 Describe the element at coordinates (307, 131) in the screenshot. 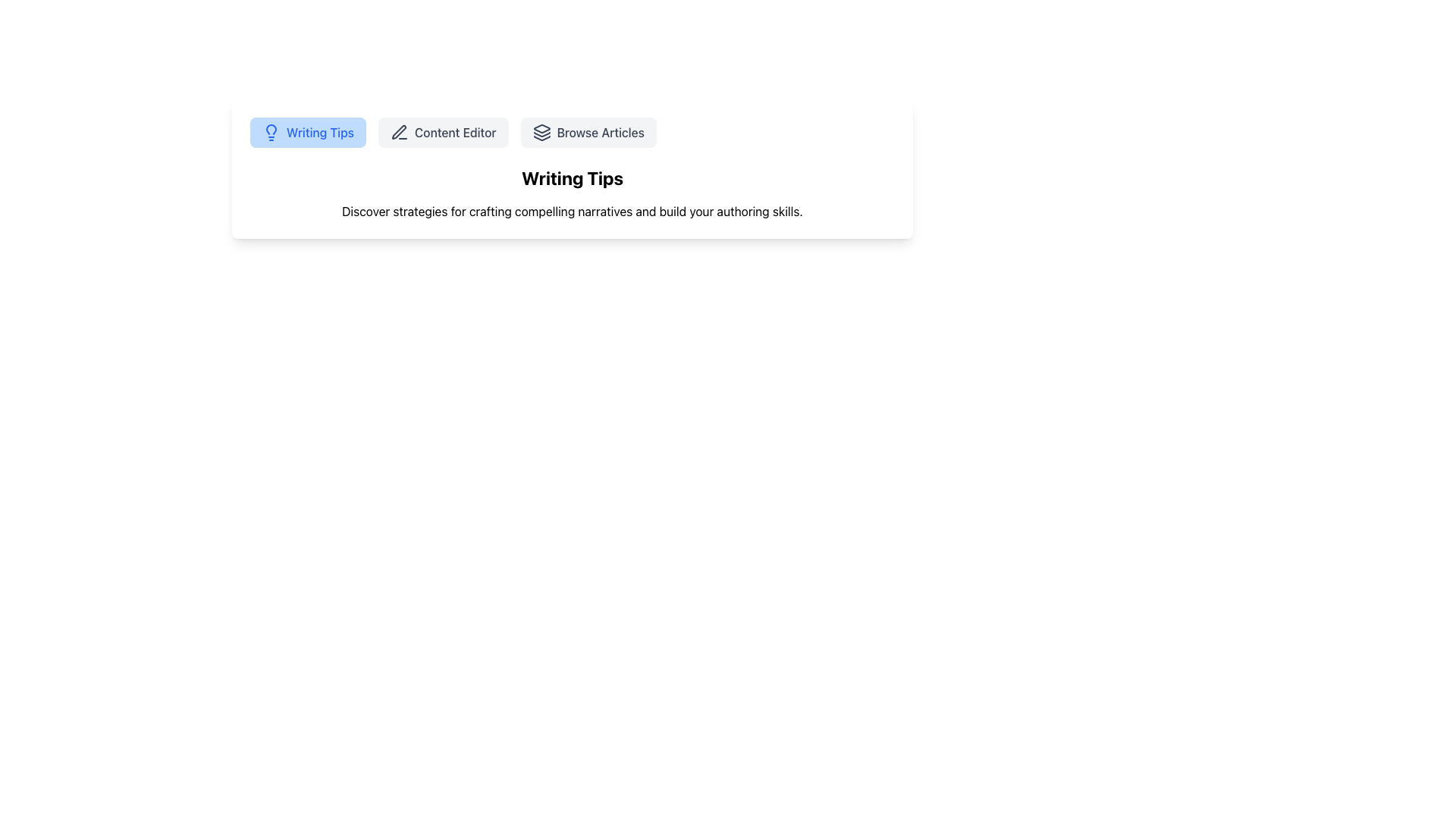

I see `the 'Writing Tips' button, which has a light blue background and a lightbulb icon` at that location.